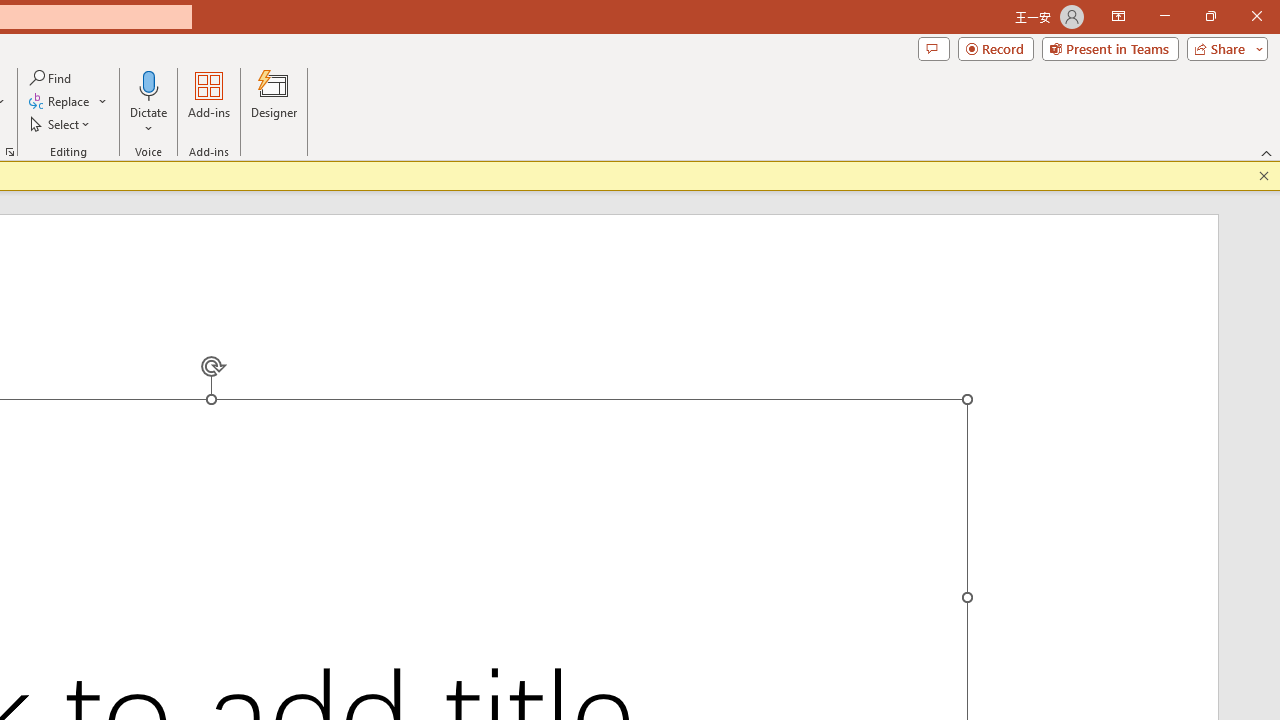 Image resolution: width=1280 pixels, height=720 pixels. What do you see at coordinates (1263, 175) in the screenshot?
I see `'Close this message'` at bounding box center [1263, 175].